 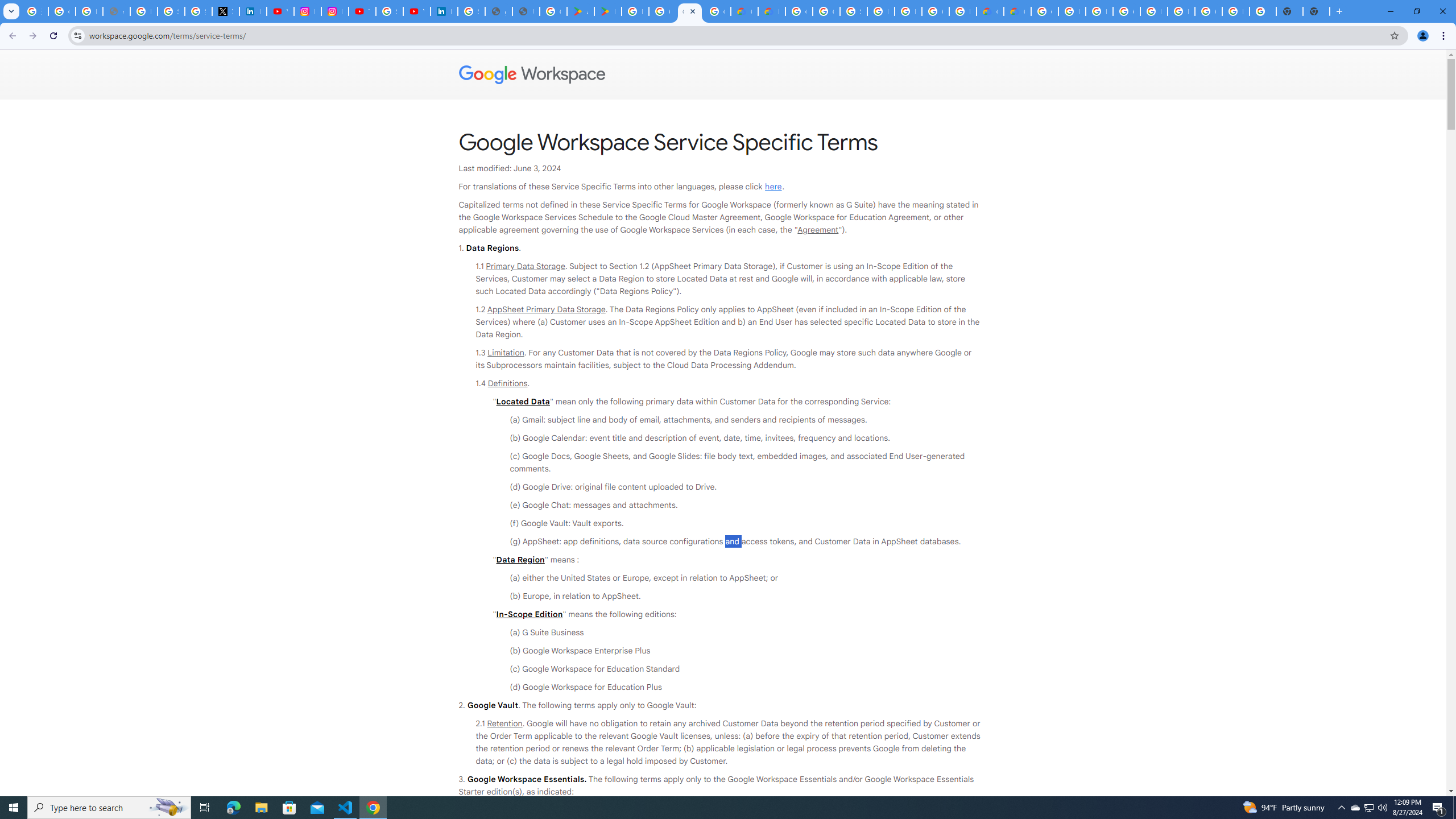 I want to click on 'PAW Patrol Rescue World - Apps on Google Play', so click(x=607, y=11).